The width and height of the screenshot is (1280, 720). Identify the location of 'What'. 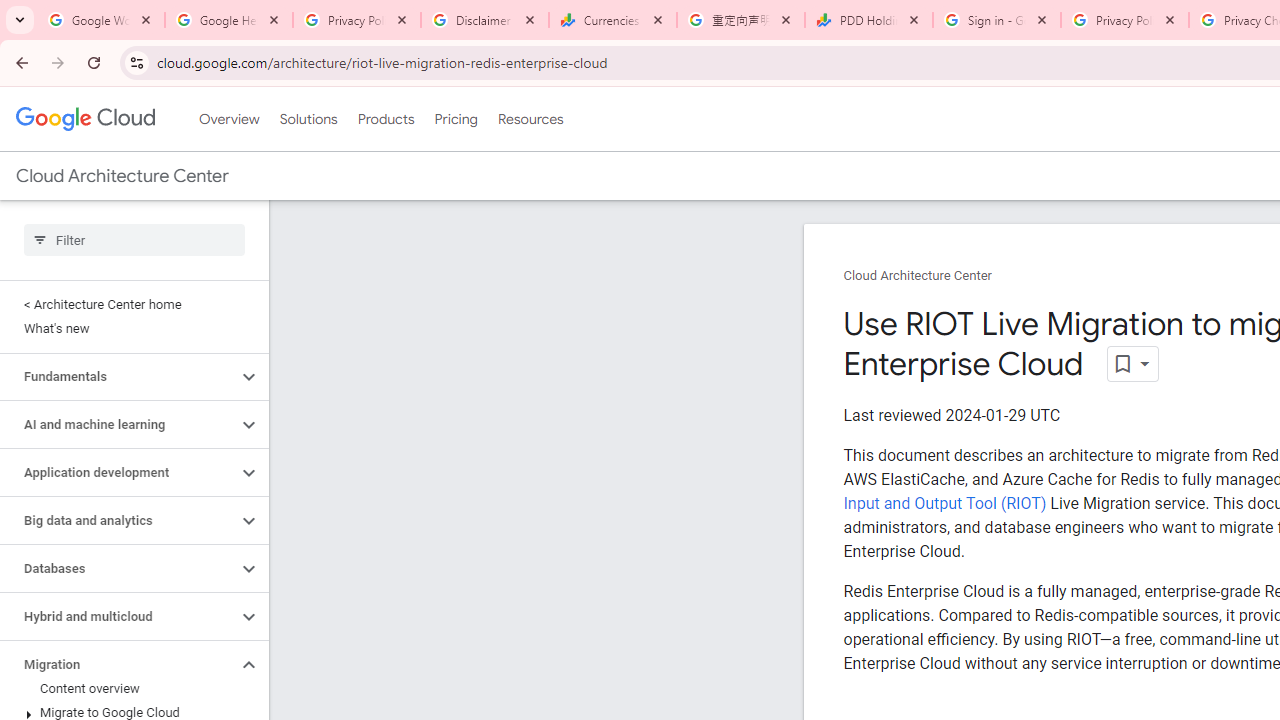
(129, 328).